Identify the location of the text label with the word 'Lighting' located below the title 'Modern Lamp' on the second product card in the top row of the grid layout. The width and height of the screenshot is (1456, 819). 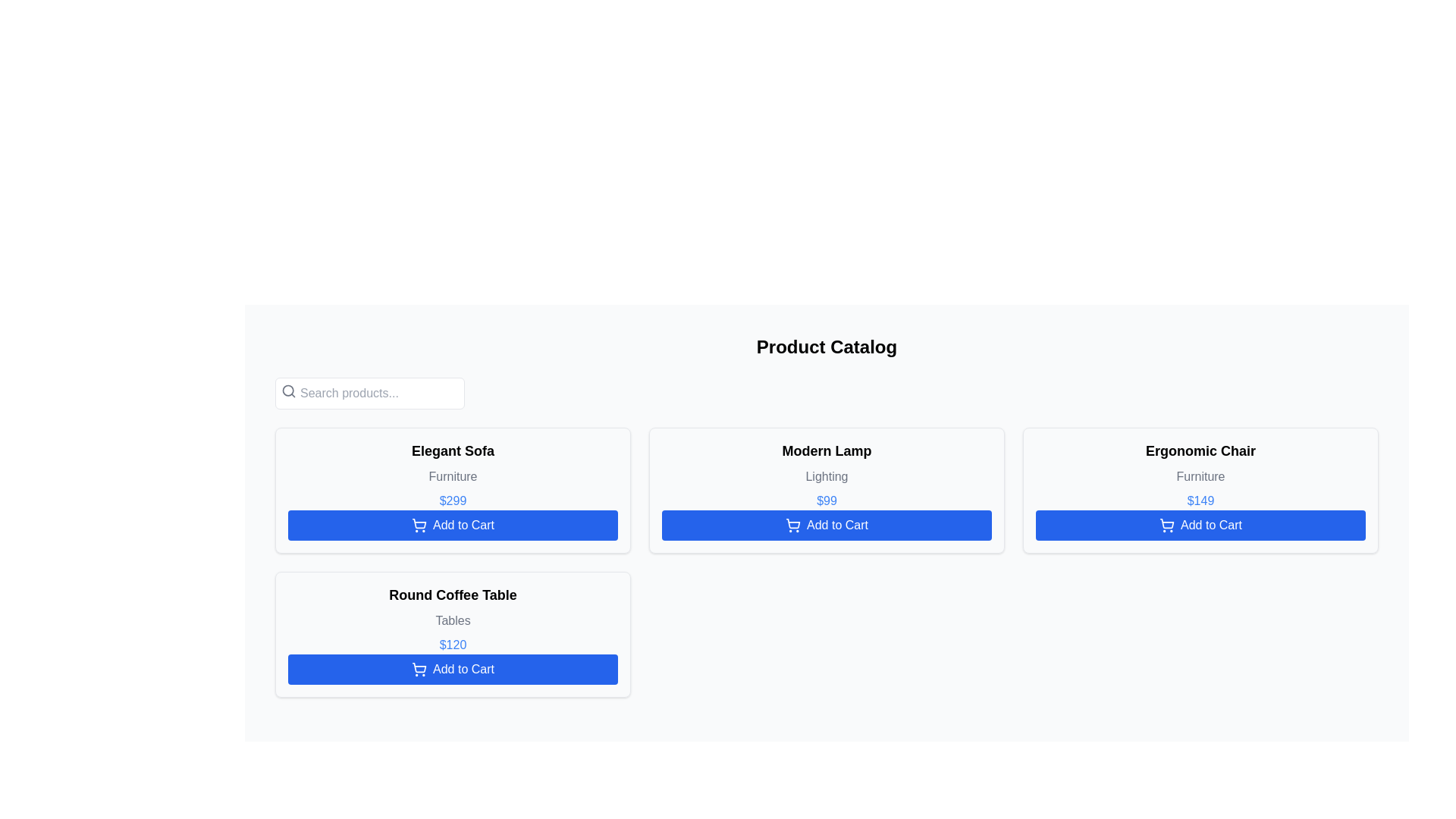
(826, 475).